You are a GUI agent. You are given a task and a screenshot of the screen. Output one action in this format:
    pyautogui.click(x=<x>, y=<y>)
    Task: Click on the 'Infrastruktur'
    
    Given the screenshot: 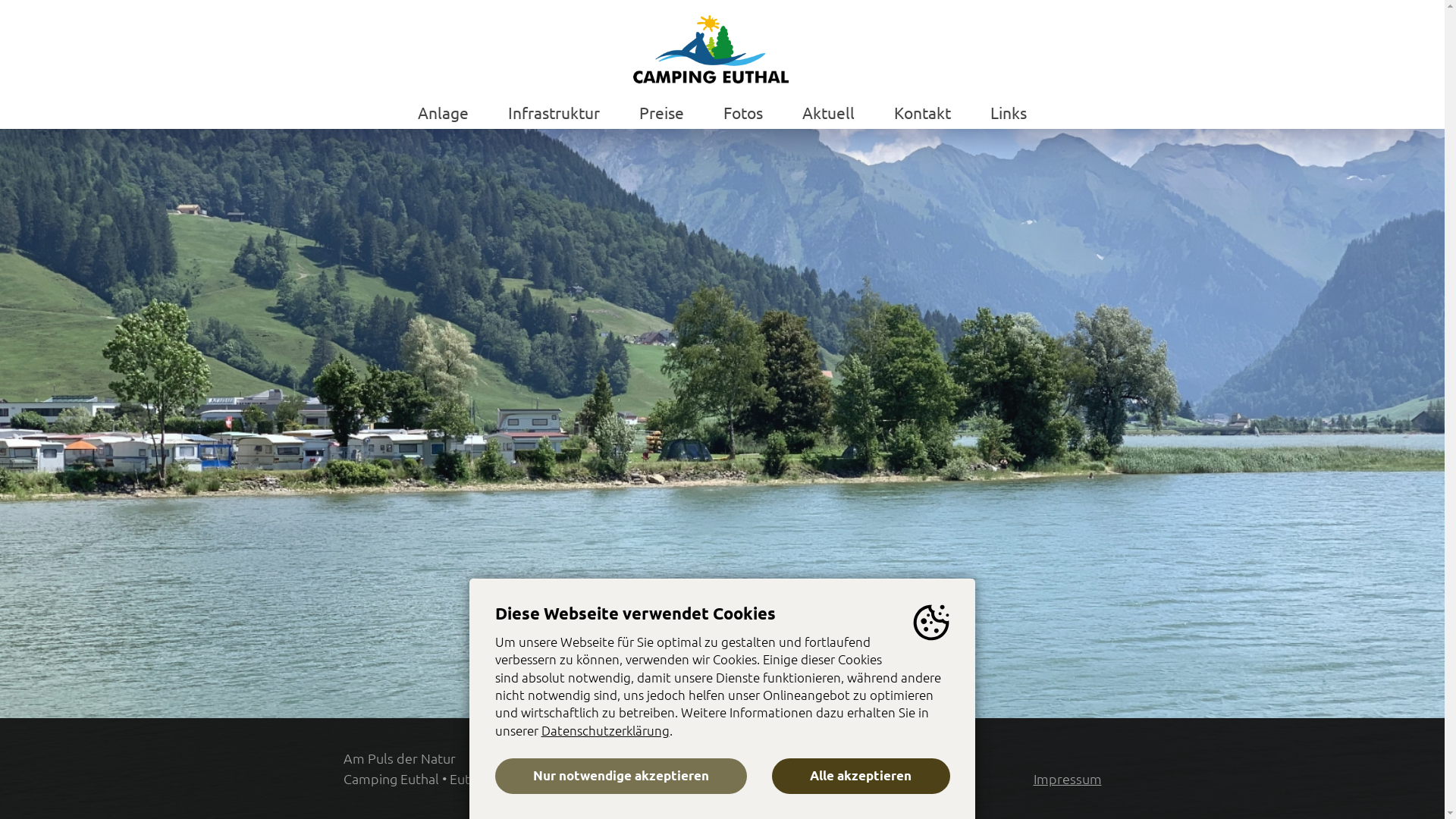 What is the action you would take?
    pyautogui.click(x=553, y=111)
    